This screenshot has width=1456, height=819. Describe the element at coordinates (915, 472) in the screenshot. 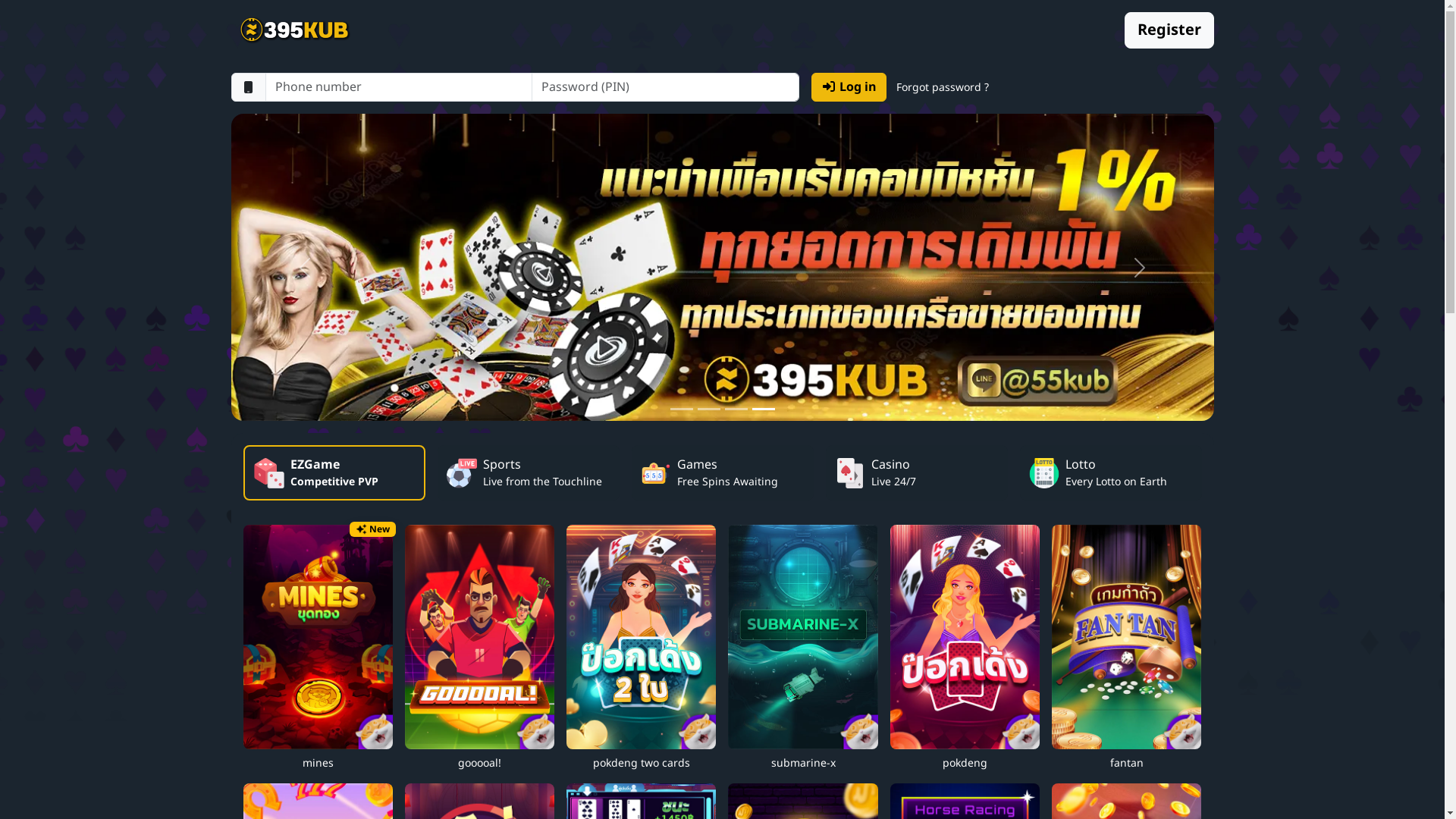

I see `'Casino` at that location.